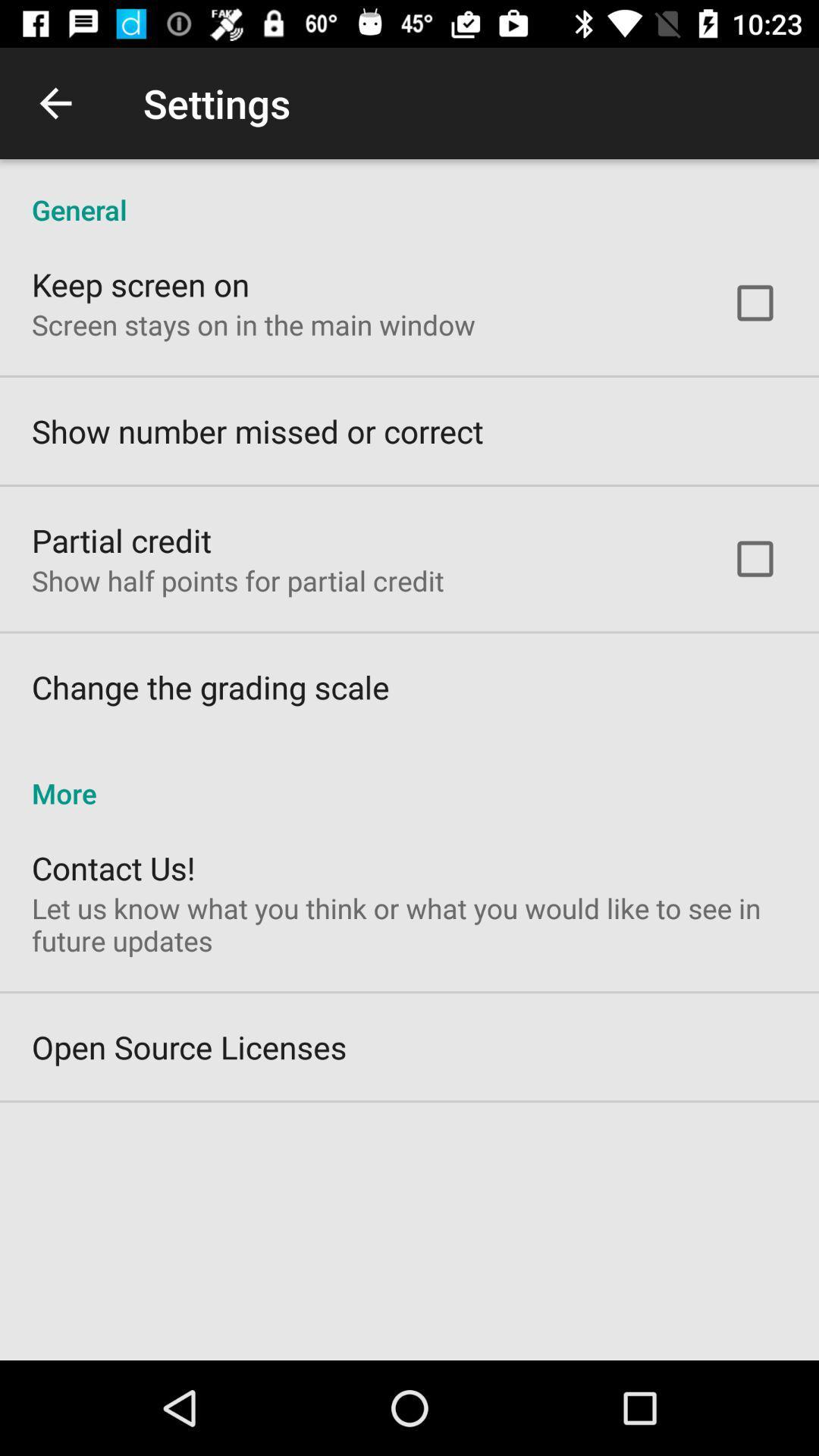 The height and width of the screenshot is (1456, 819). Describe the element at coordinates (755, 303) in the screenshot. I see `the box which is beside keep screen on` at that location.